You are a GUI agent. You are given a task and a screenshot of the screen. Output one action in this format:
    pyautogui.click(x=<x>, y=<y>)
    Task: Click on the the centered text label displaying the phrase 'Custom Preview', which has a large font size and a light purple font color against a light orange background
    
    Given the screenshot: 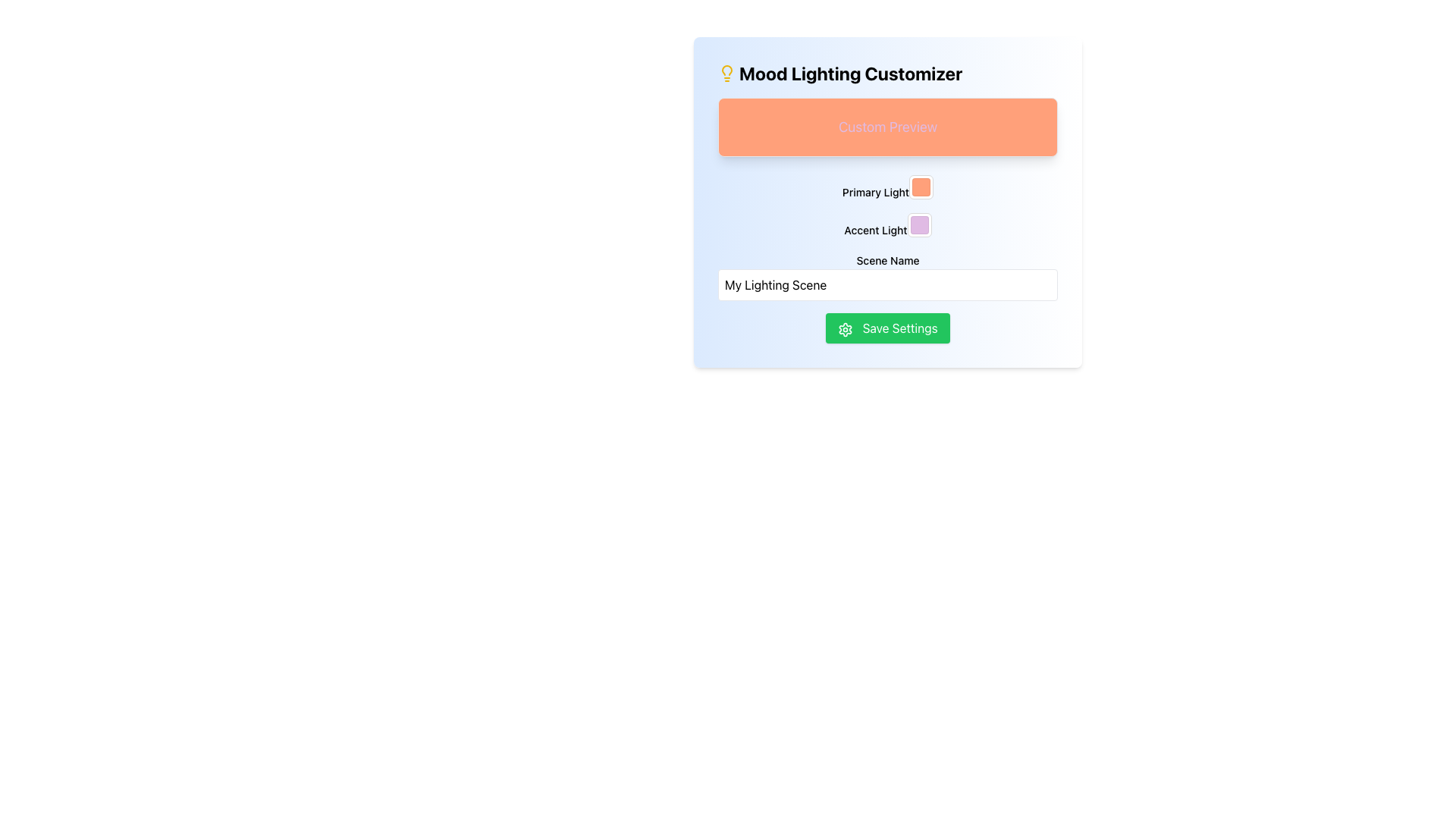 What is the action you would take?
    pyautogui.click(x=888, y=127)
    